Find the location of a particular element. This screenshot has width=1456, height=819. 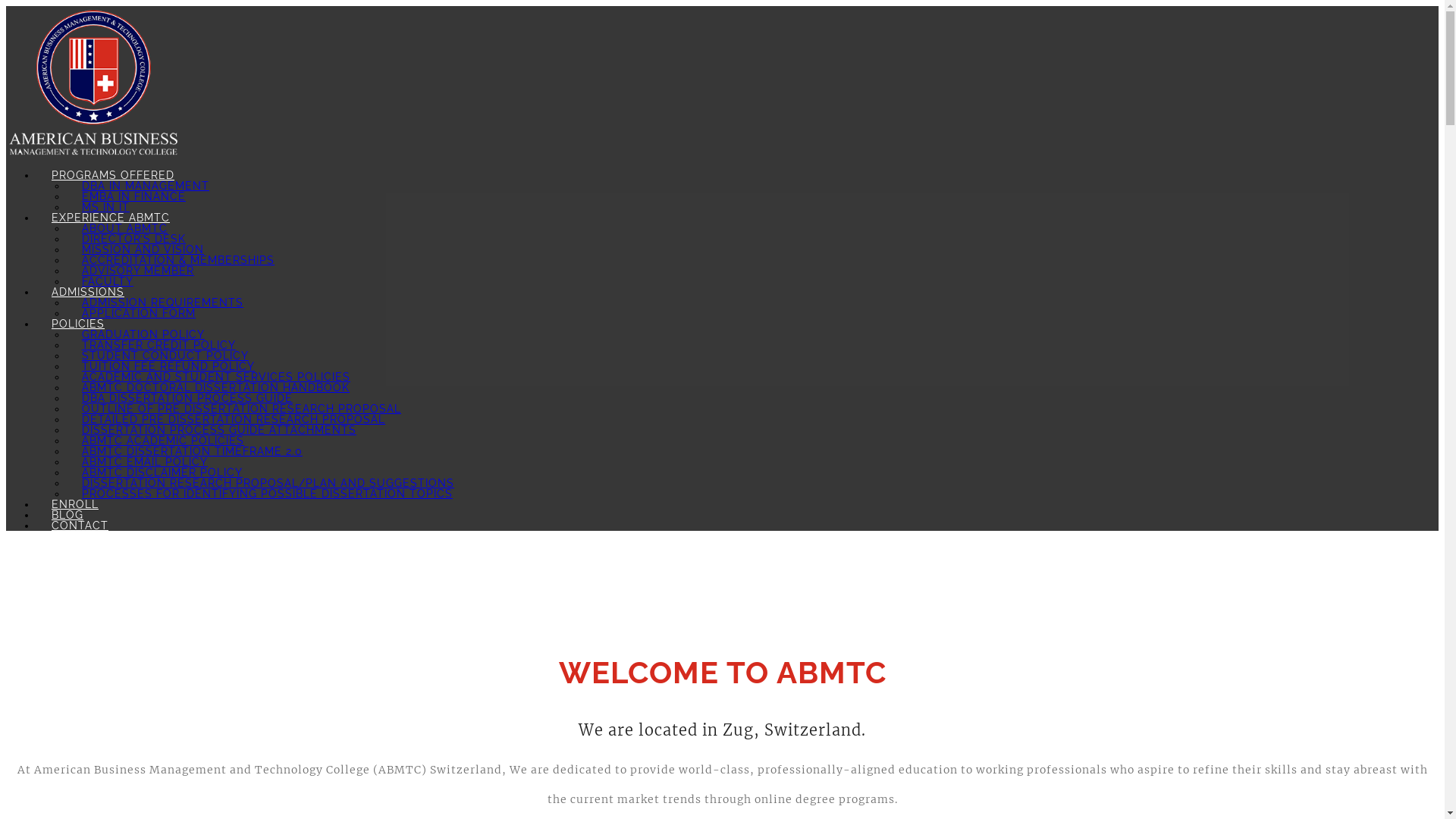

'ADVISORY MEMBER' is located at coordinates (138, 270).